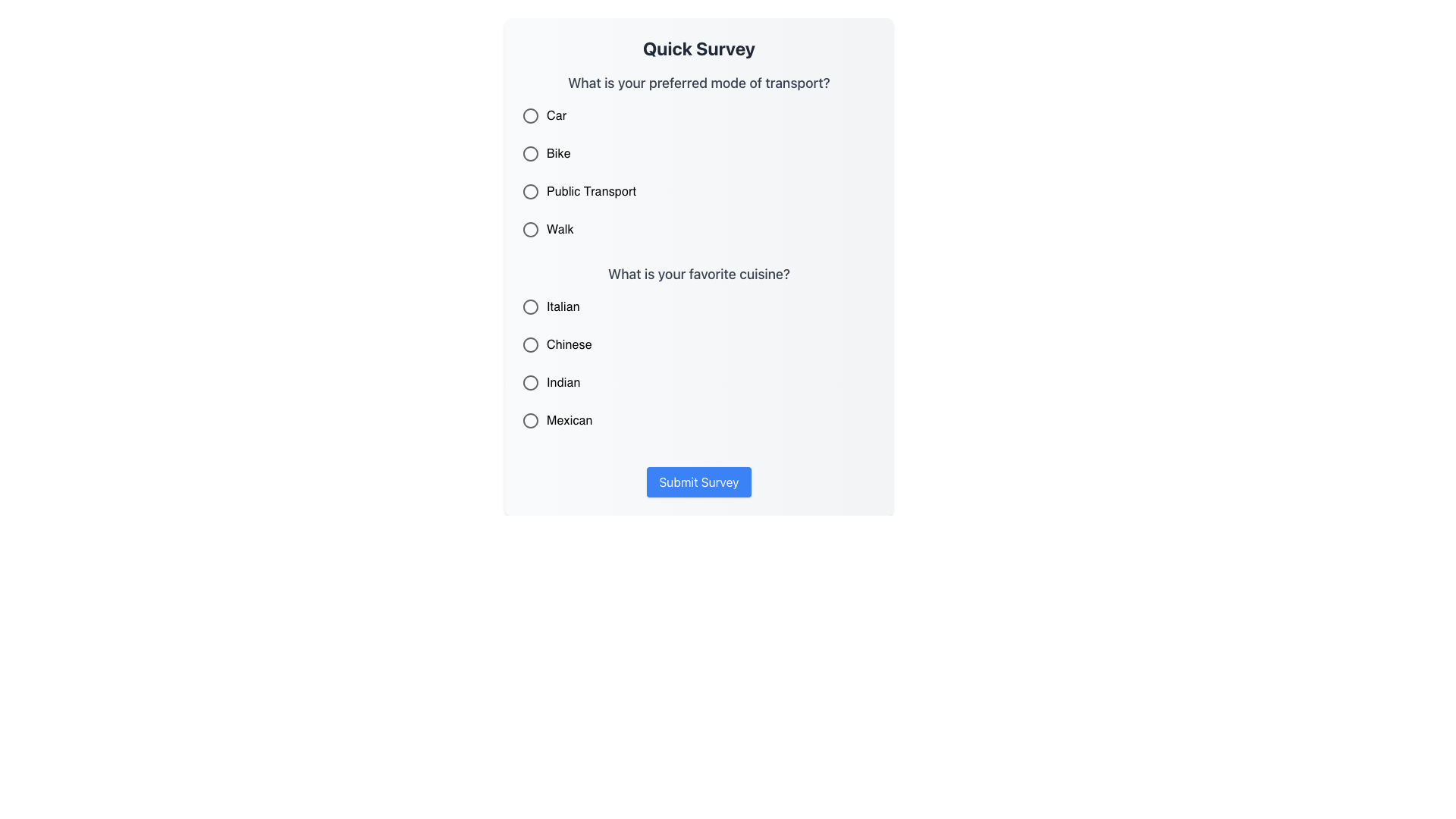 This screenshot has width=1456, height=819. I want to click on the filled radio button for 'Mexican' cuisine located in the survey form, so click(531, 421).